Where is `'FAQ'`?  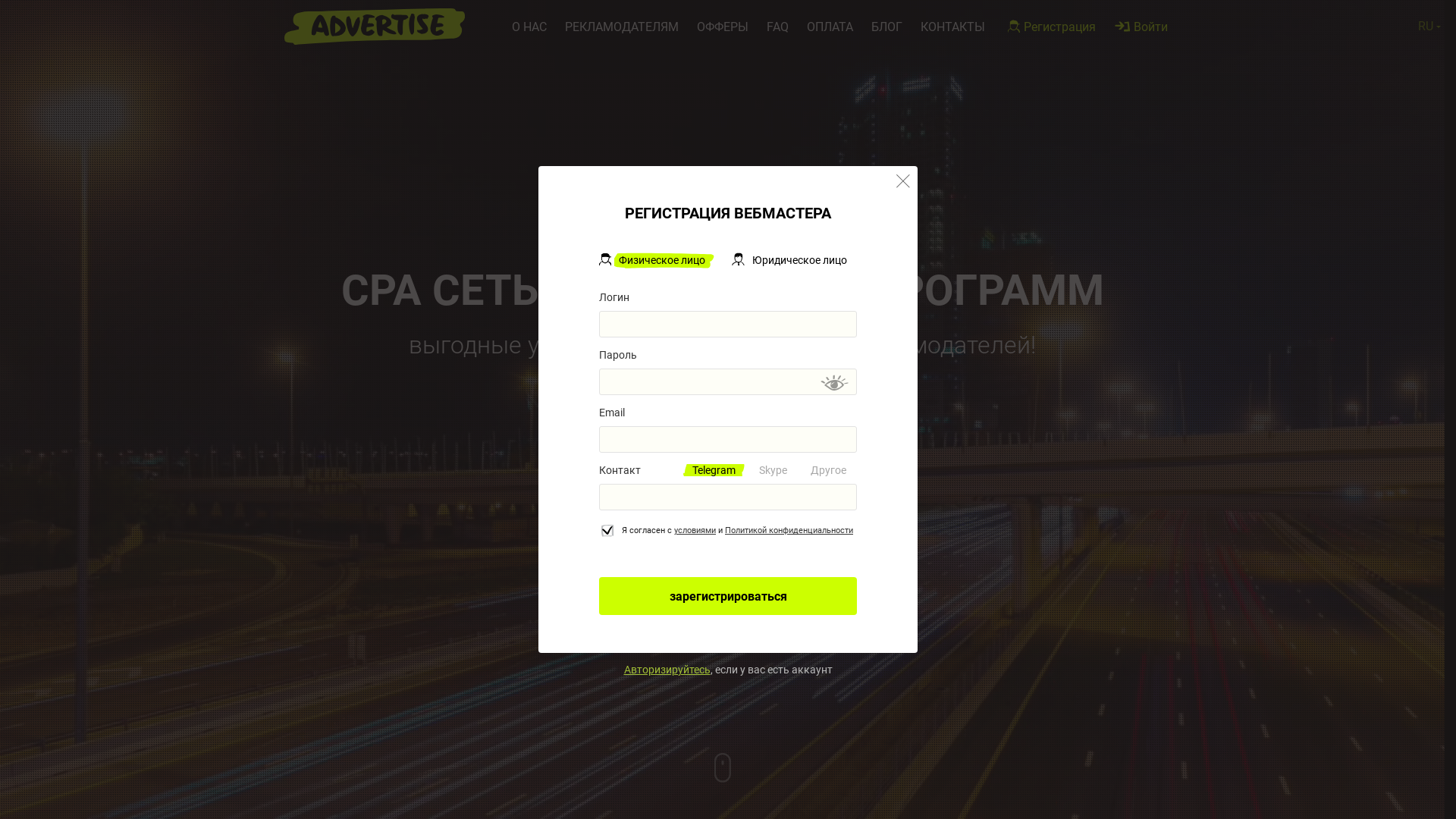
'FAQ' is located at coordinates (777, 27).